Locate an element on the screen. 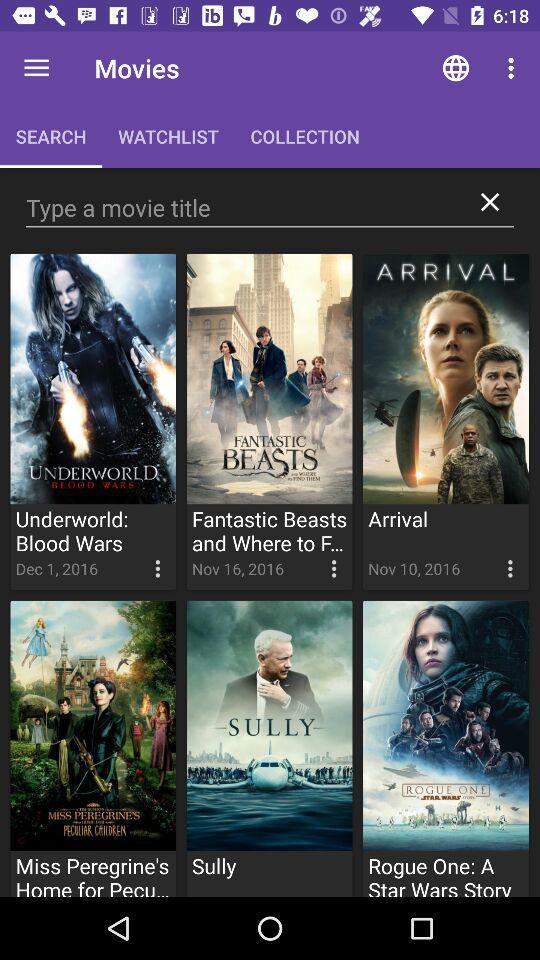 The width and height of the screenshot is (540, 960). the close icon is located at coordinates (489, 202).